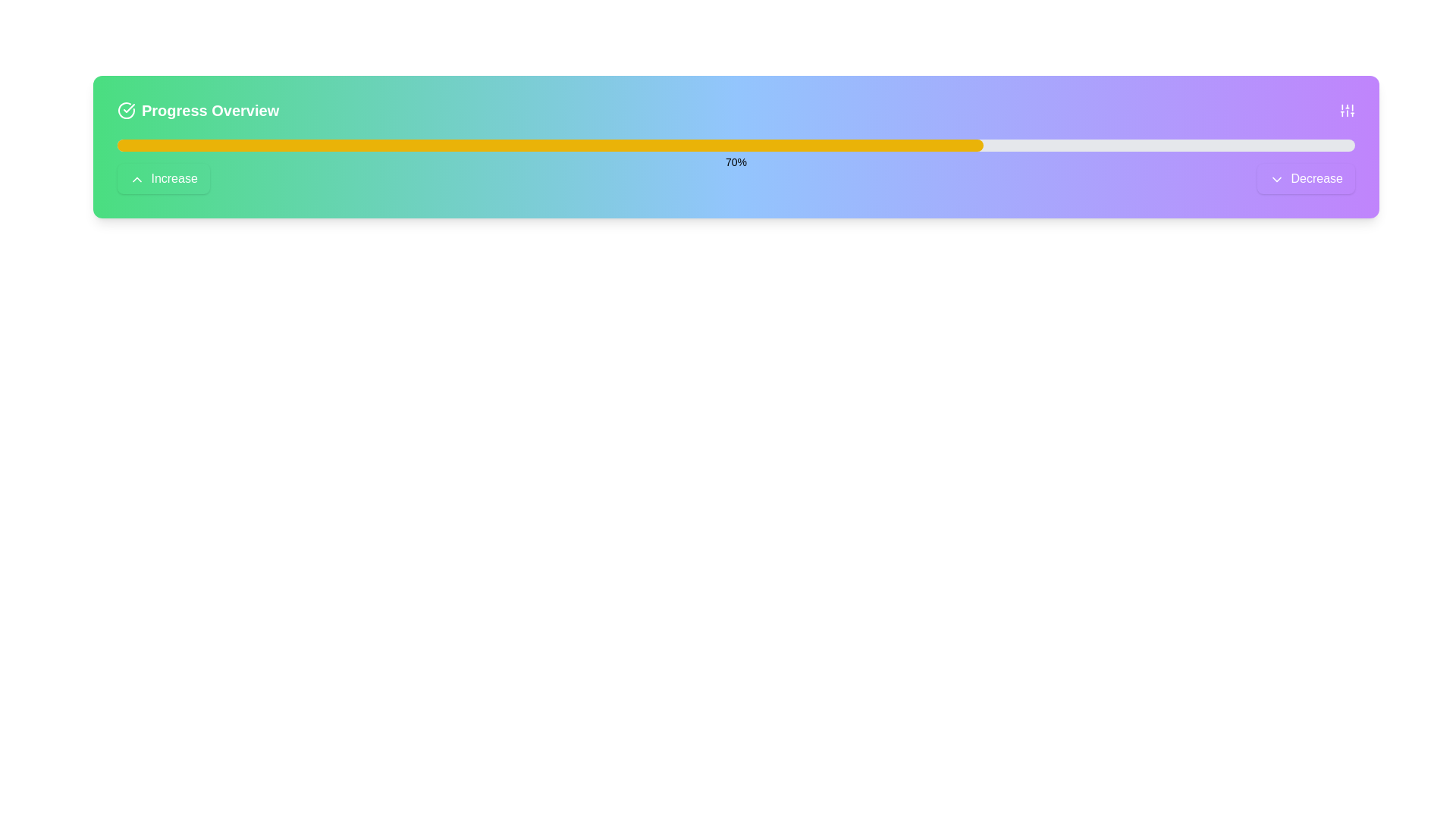 This screenshot has width=1456, height=819. What do you see at coordinates (1347, 110) in the screenshot?
I see `the icon resembling vertical sliders, located at the top-right corner of the 'Progress Overview' section` at bounding box center [1347, 110].